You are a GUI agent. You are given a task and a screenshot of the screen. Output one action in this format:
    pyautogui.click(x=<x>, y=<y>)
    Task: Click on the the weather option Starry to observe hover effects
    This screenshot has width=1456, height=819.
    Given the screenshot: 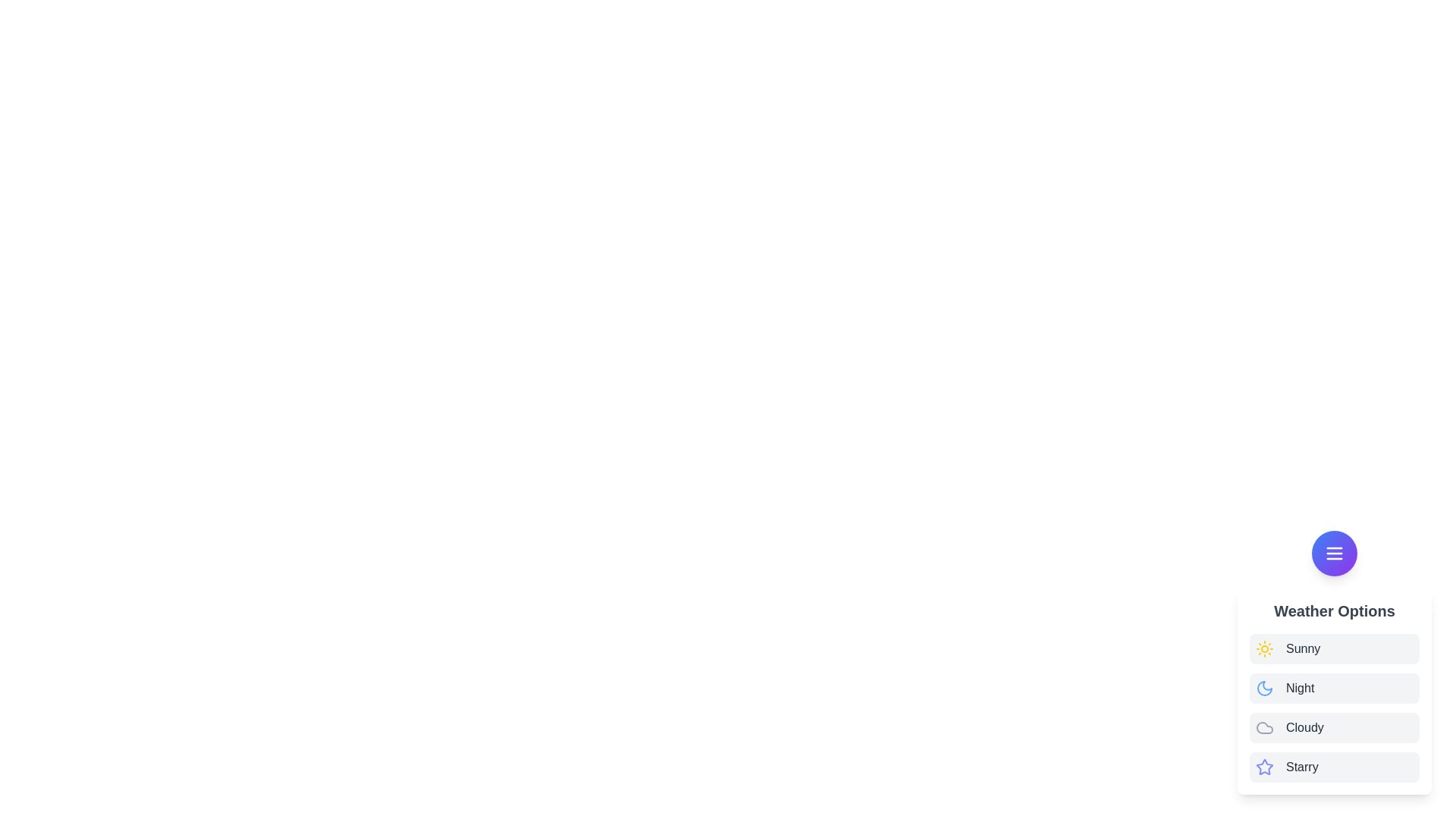 What is the action you would take?
    pyautogui.click(x=1335, y=767)
    